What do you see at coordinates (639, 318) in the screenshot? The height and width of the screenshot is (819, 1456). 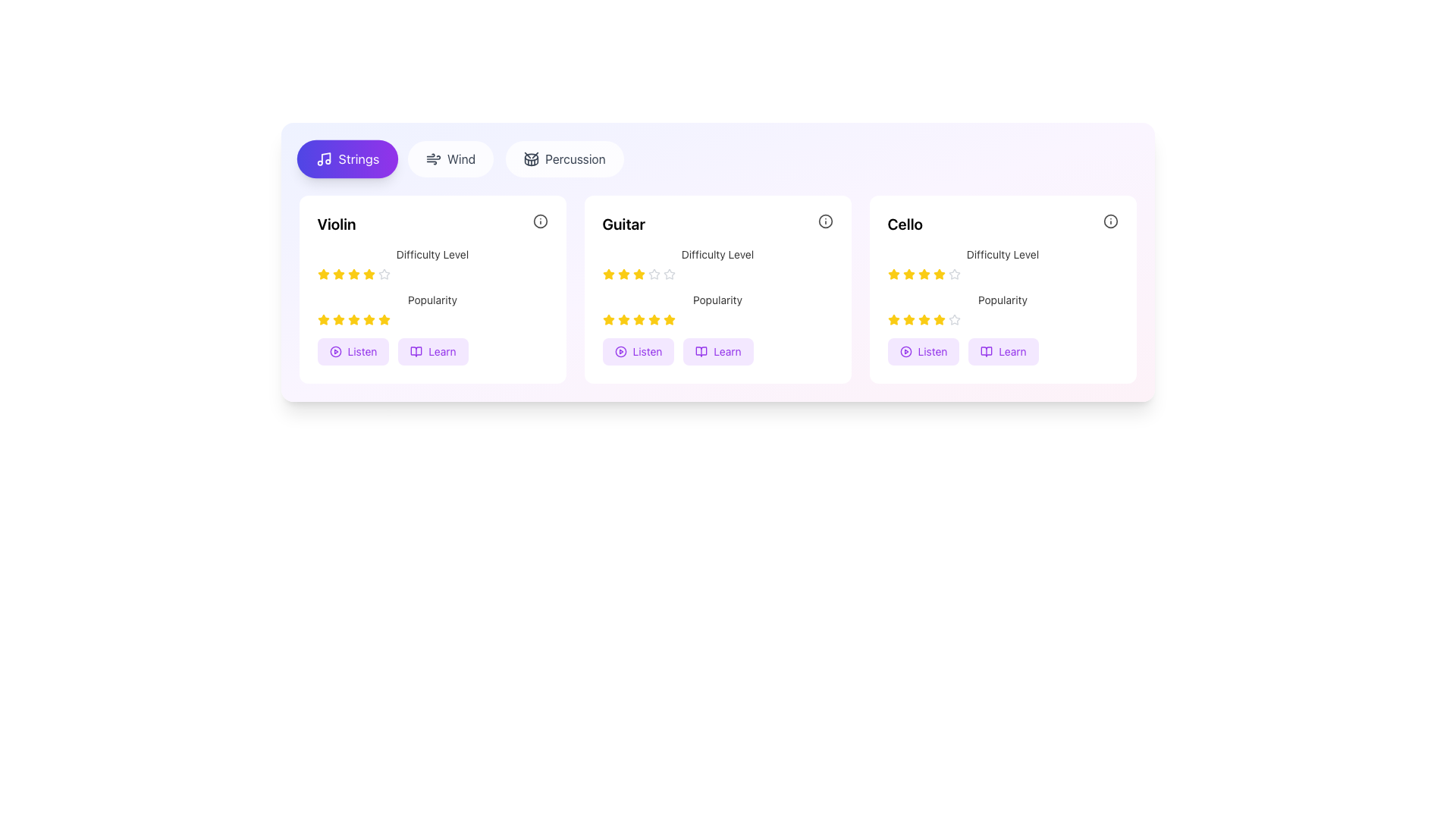 I see `the fourth star icon in the popularity rating of the 'Guitar' card, which visually represents the fourth star in a five-star rating system` at bounding box center [639, 318].